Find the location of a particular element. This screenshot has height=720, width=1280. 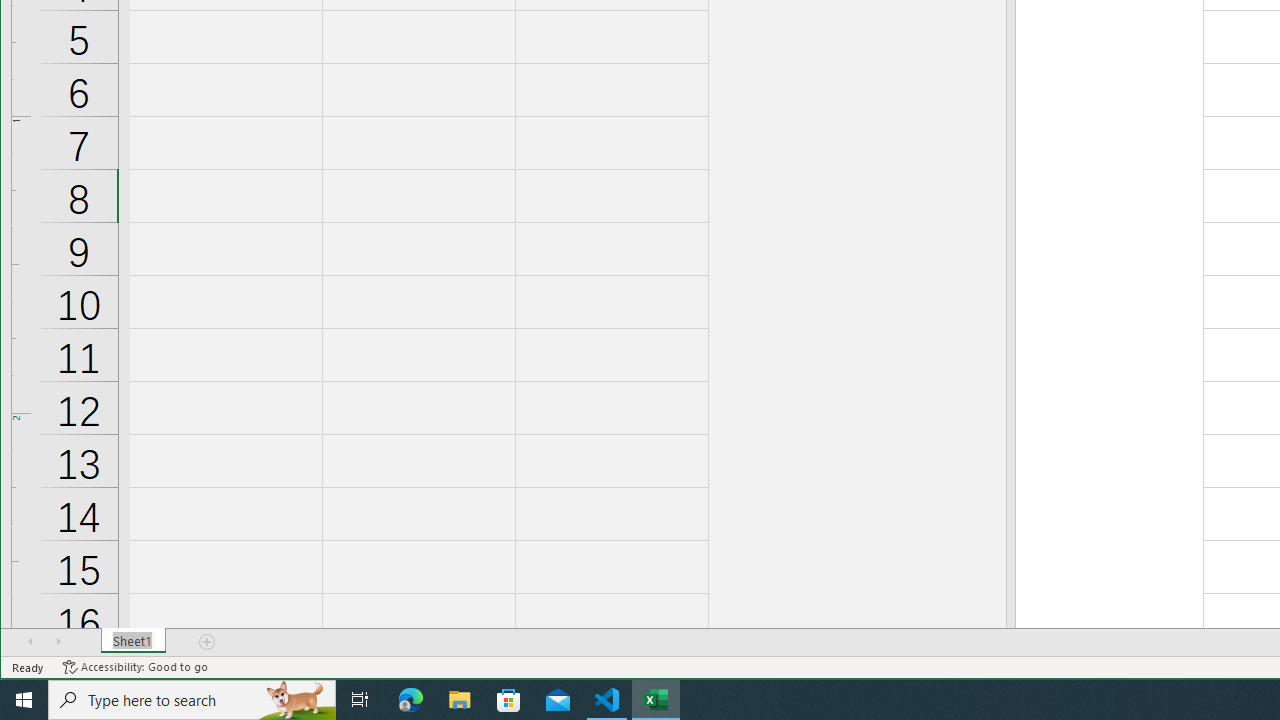

'Visual Studio Code - 1 running window' is located at coordinates (606, 698).